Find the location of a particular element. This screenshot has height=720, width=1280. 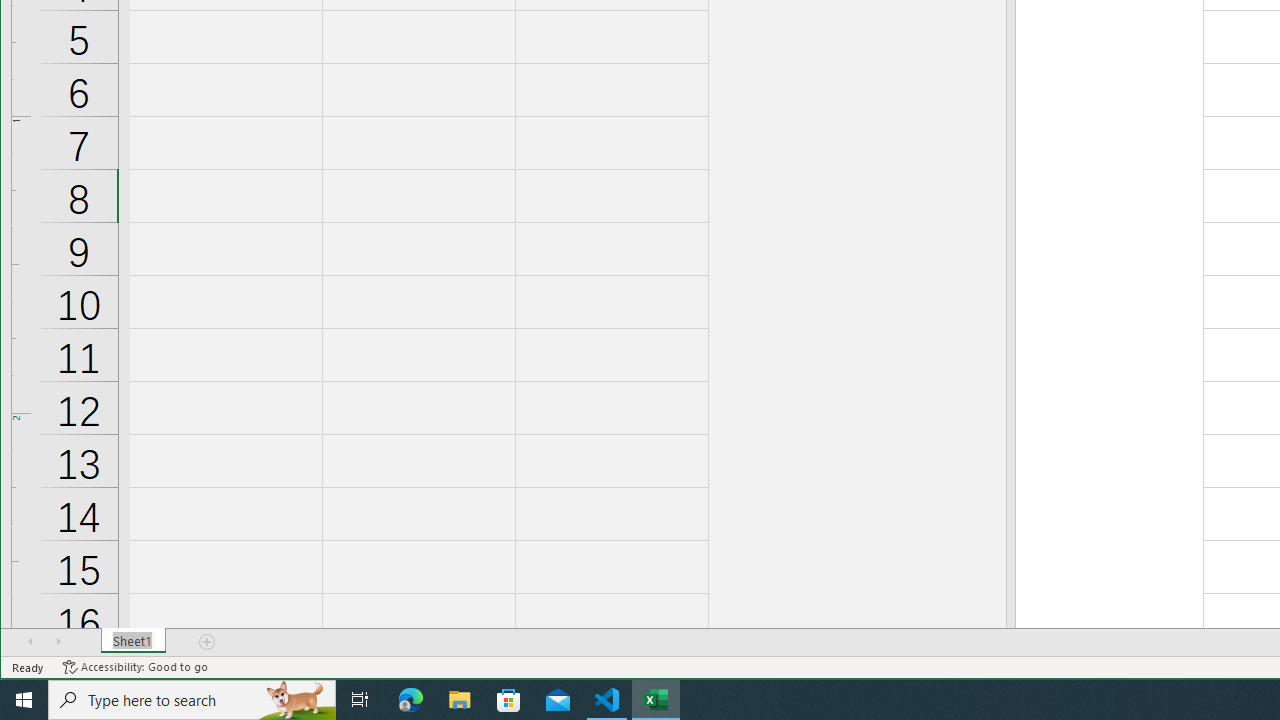

'Visual Studio Code - 1 running window' is located at coordinates (606, 698).